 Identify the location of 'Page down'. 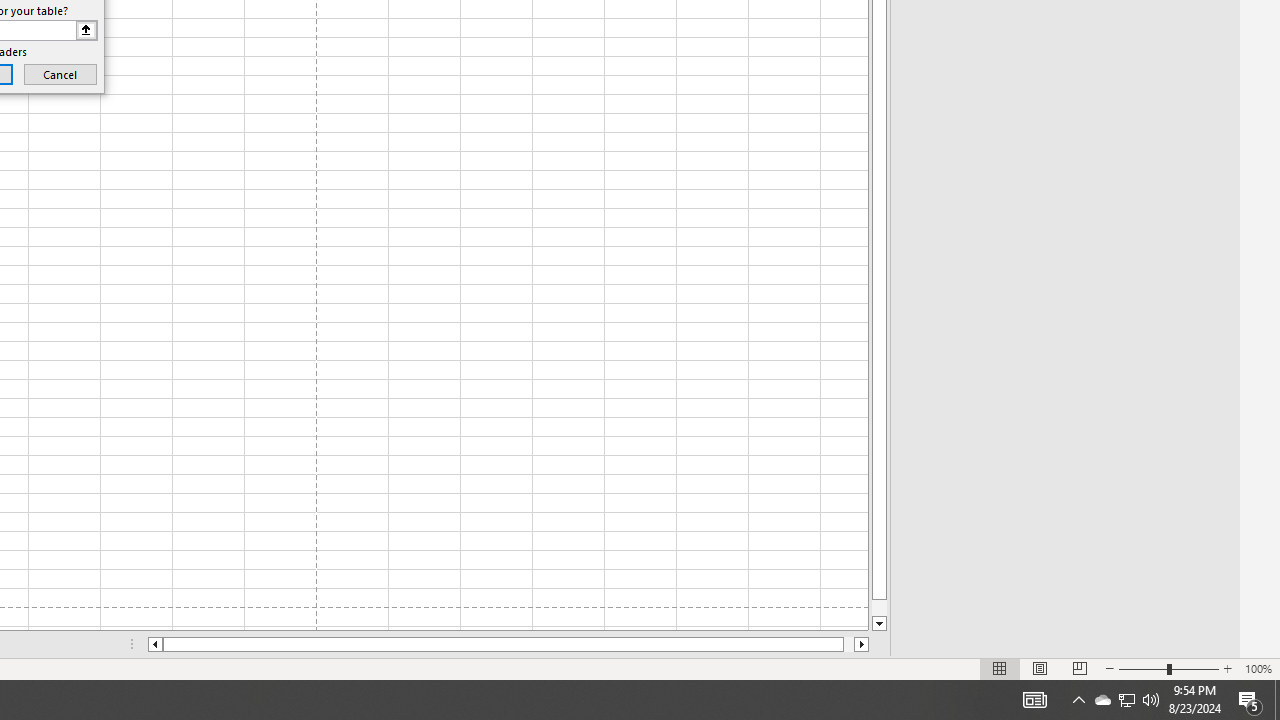
(879, 607).